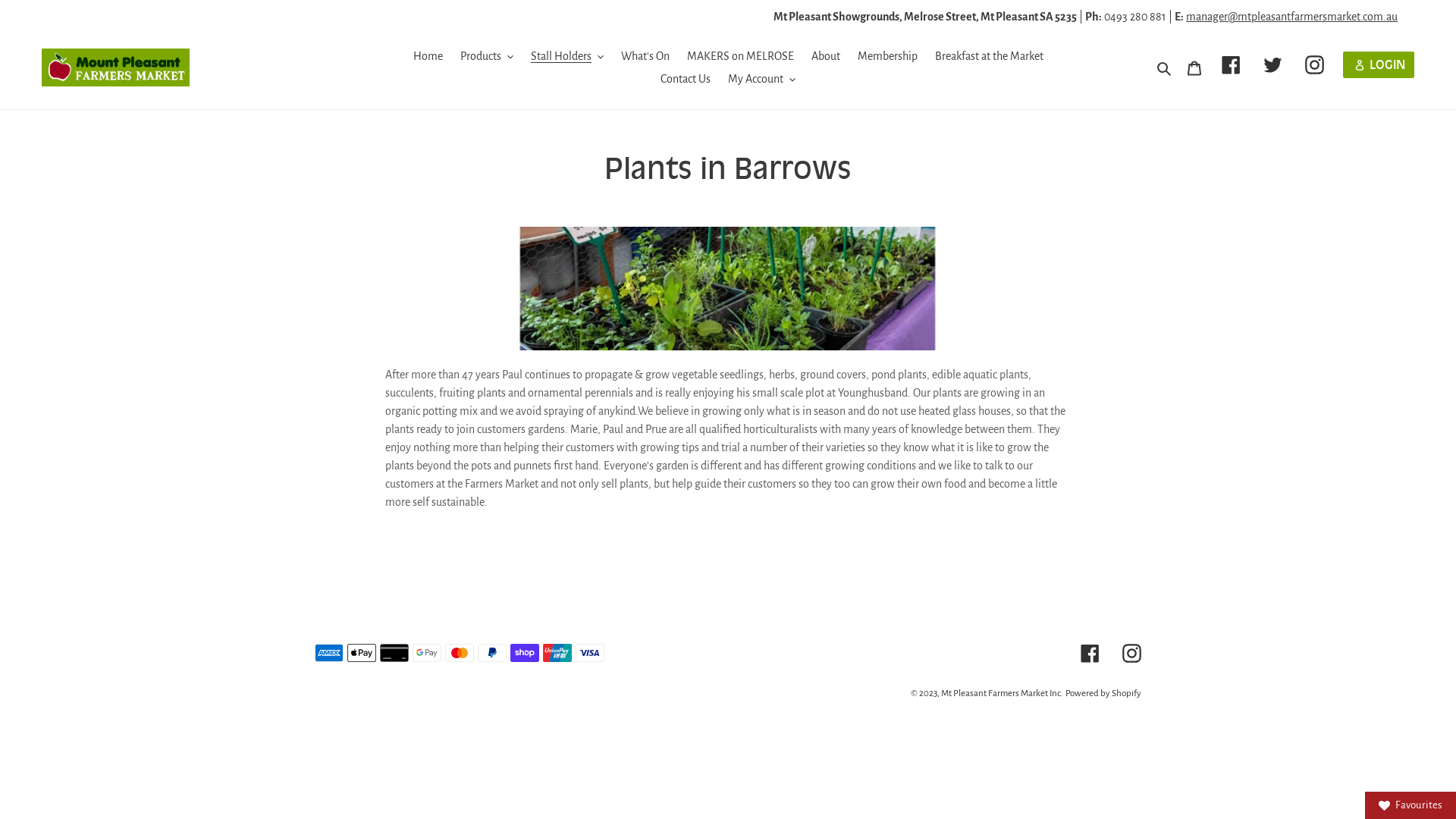 The width and height of the screenshot is (1456, 819). What do you see at coordinates (1231, 64) in the screenshot?
I see `'Facebook'` at bounding box center [1231, 64].